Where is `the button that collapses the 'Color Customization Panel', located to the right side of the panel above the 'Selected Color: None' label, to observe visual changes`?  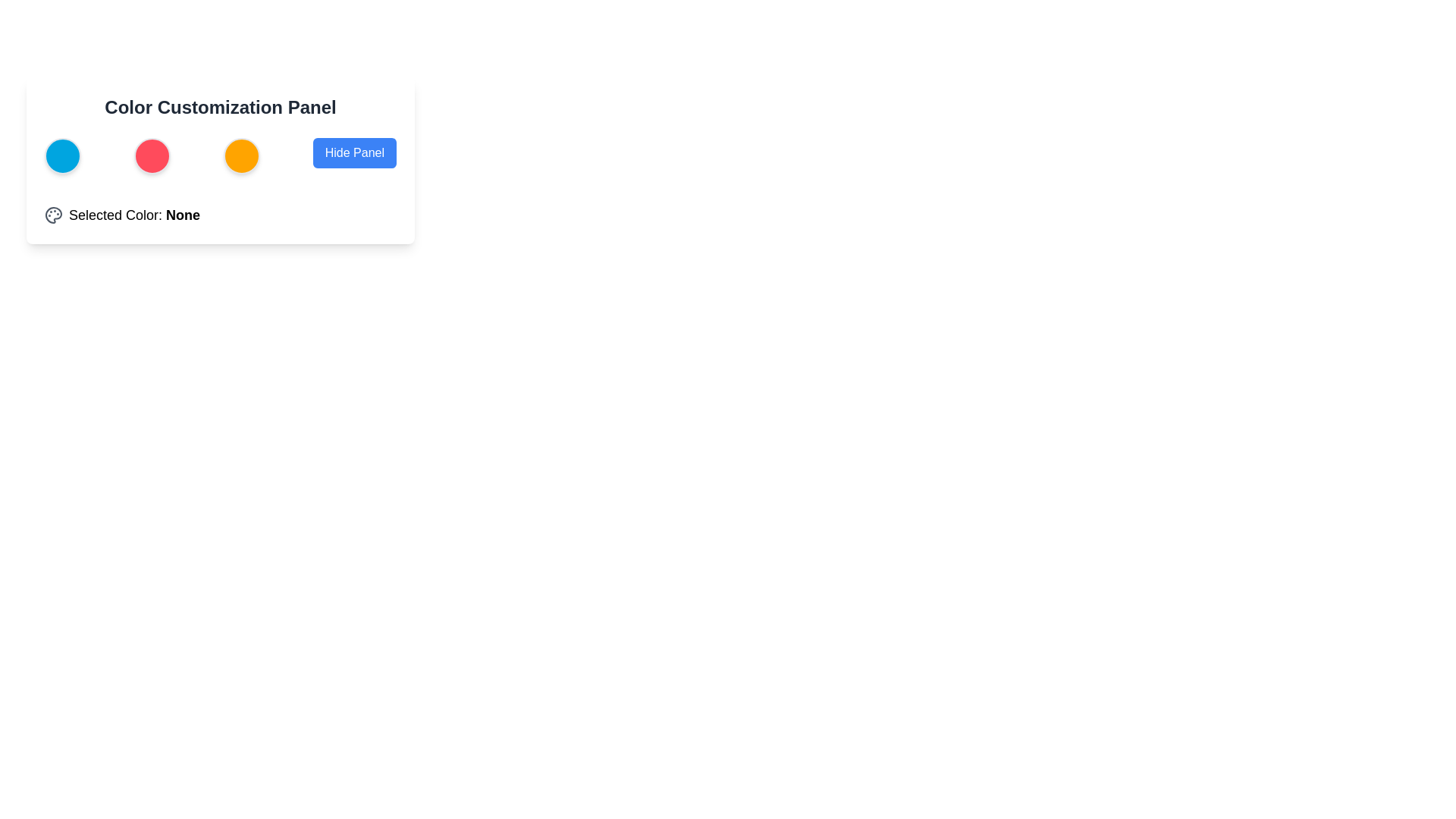 the button that collapses the 'Color Customization Panel', located to the right side of the panel above the 'Selected Color: None' label, to observe visual changes is located at coordinates (353, 152).